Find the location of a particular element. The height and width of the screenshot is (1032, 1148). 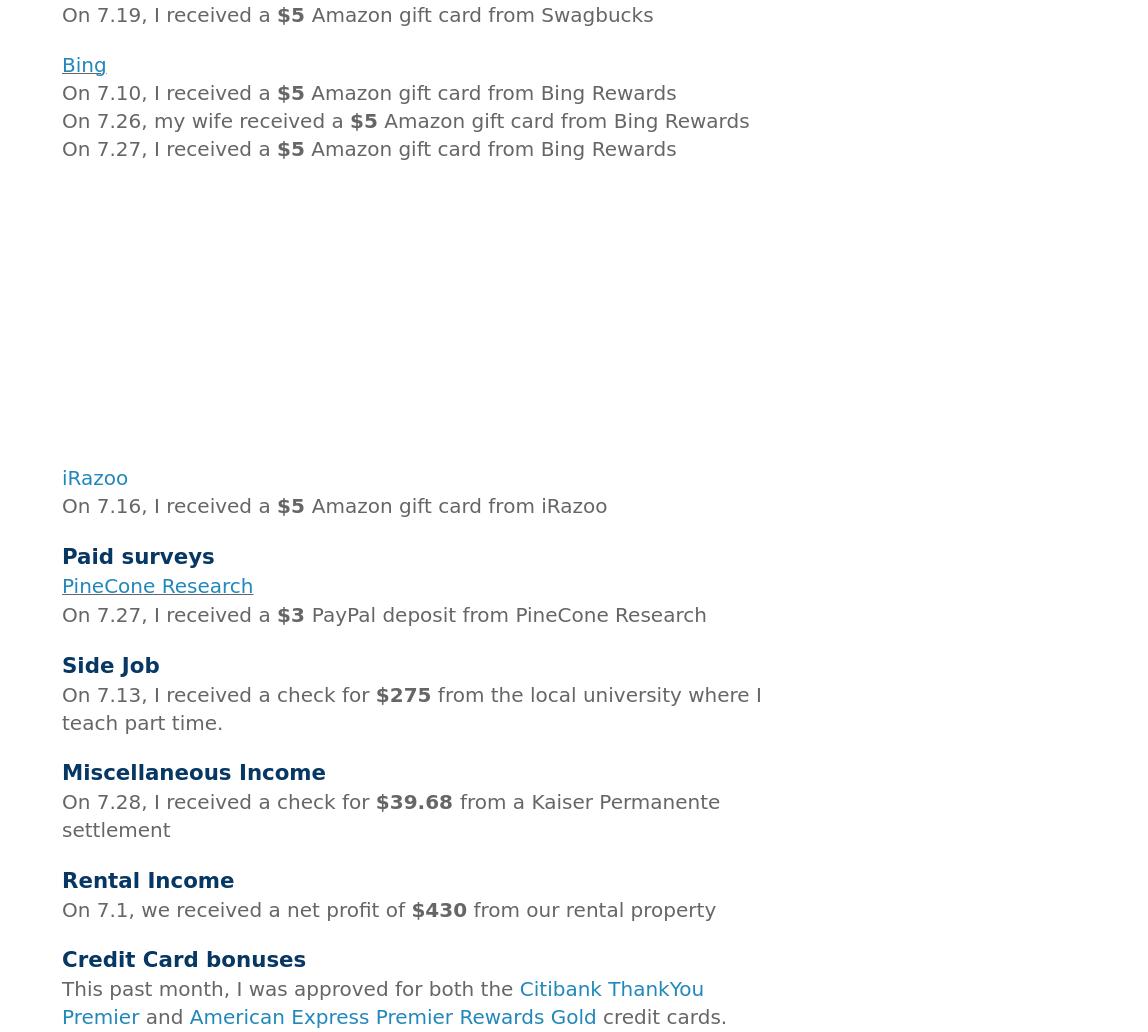

'Paid surveys' is located at coordinates (137, 555).